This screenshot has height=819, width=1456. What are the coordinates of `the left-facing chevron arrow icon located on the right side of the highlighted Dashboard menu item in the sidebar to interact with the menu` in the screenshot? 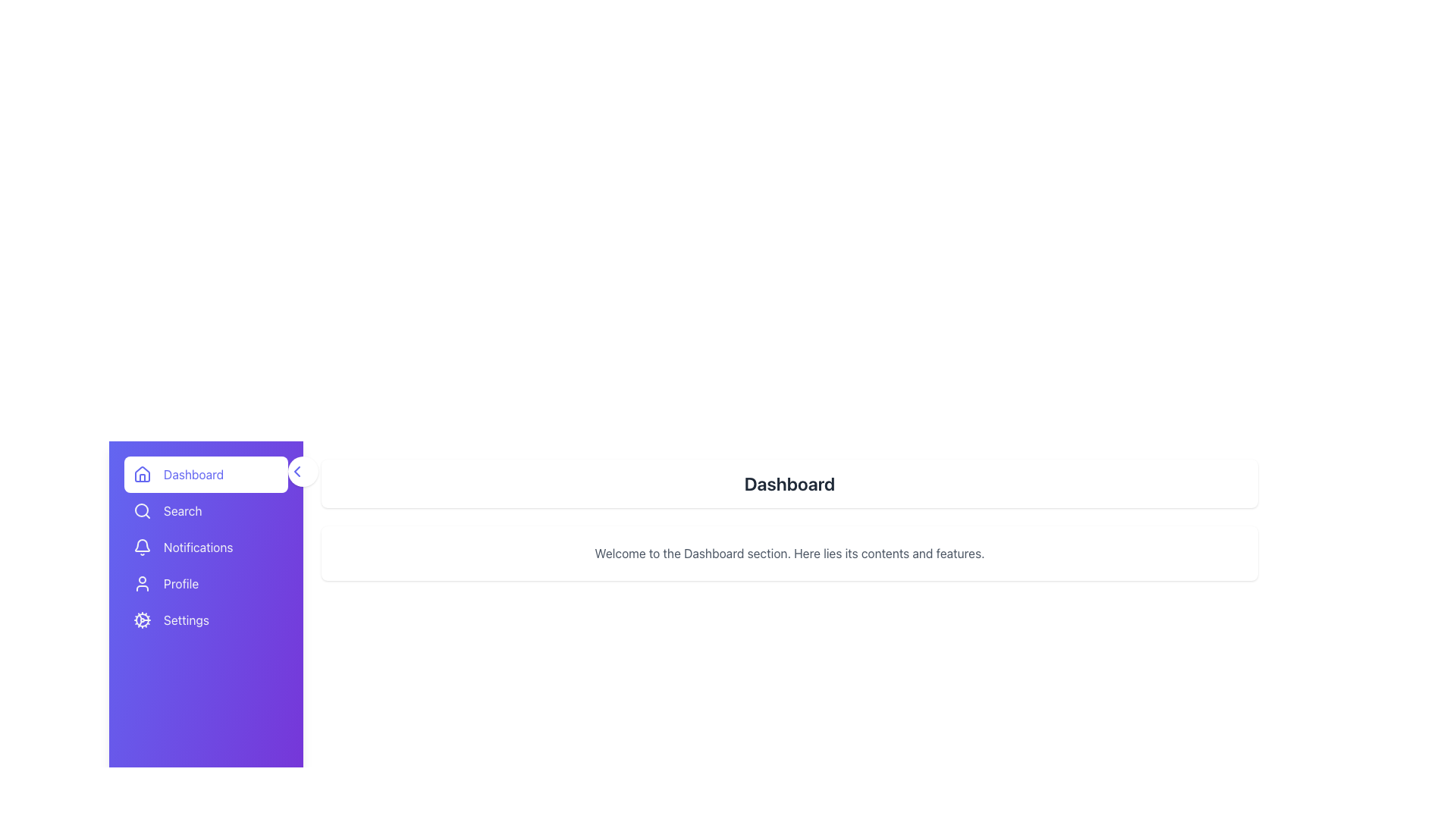 It's located at (297, 470).